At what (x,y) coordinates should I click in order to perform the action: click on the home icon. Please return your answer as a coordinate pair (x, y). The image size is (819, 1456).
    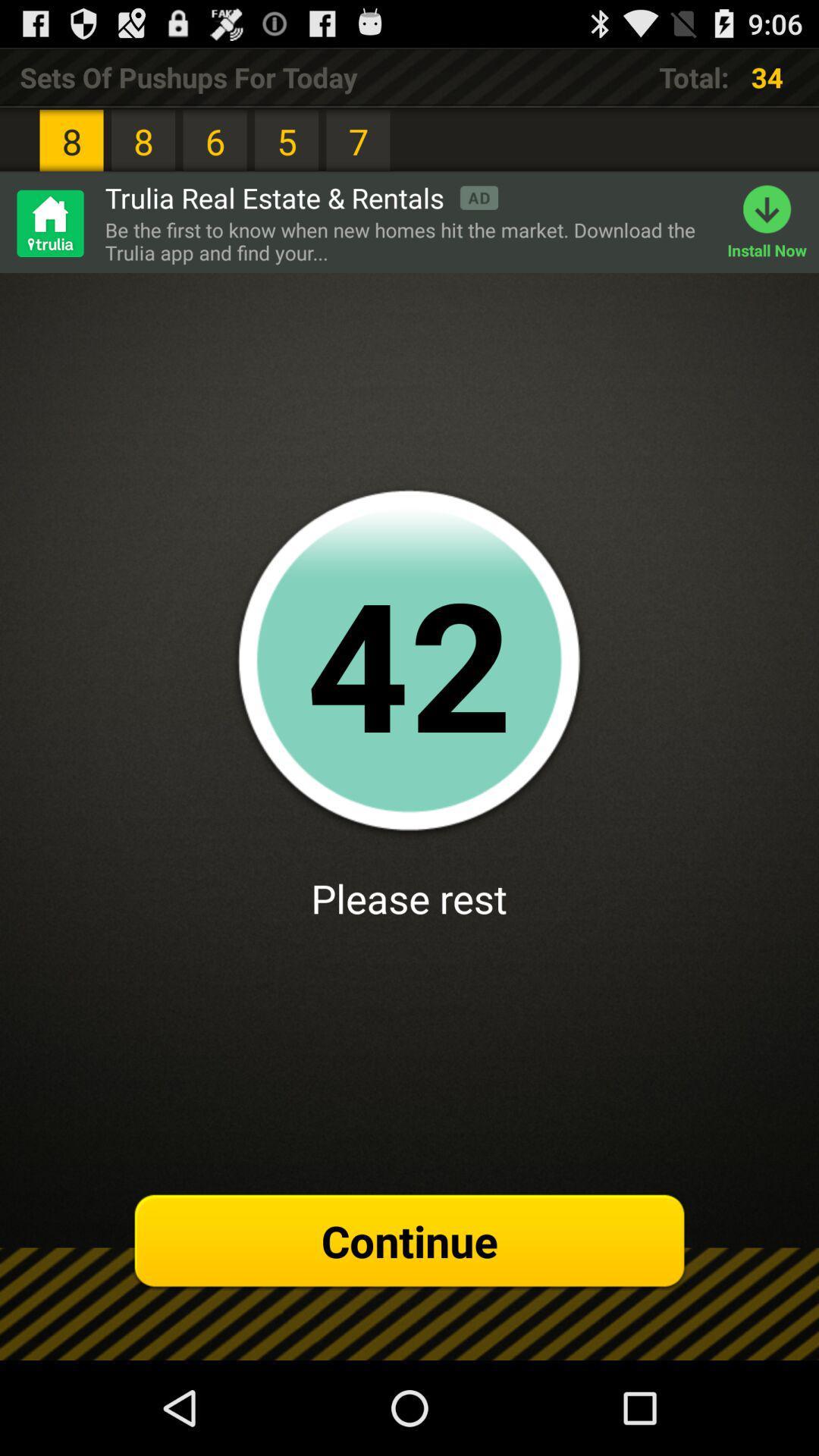
    Looking at the image, I should click on (49, 238).